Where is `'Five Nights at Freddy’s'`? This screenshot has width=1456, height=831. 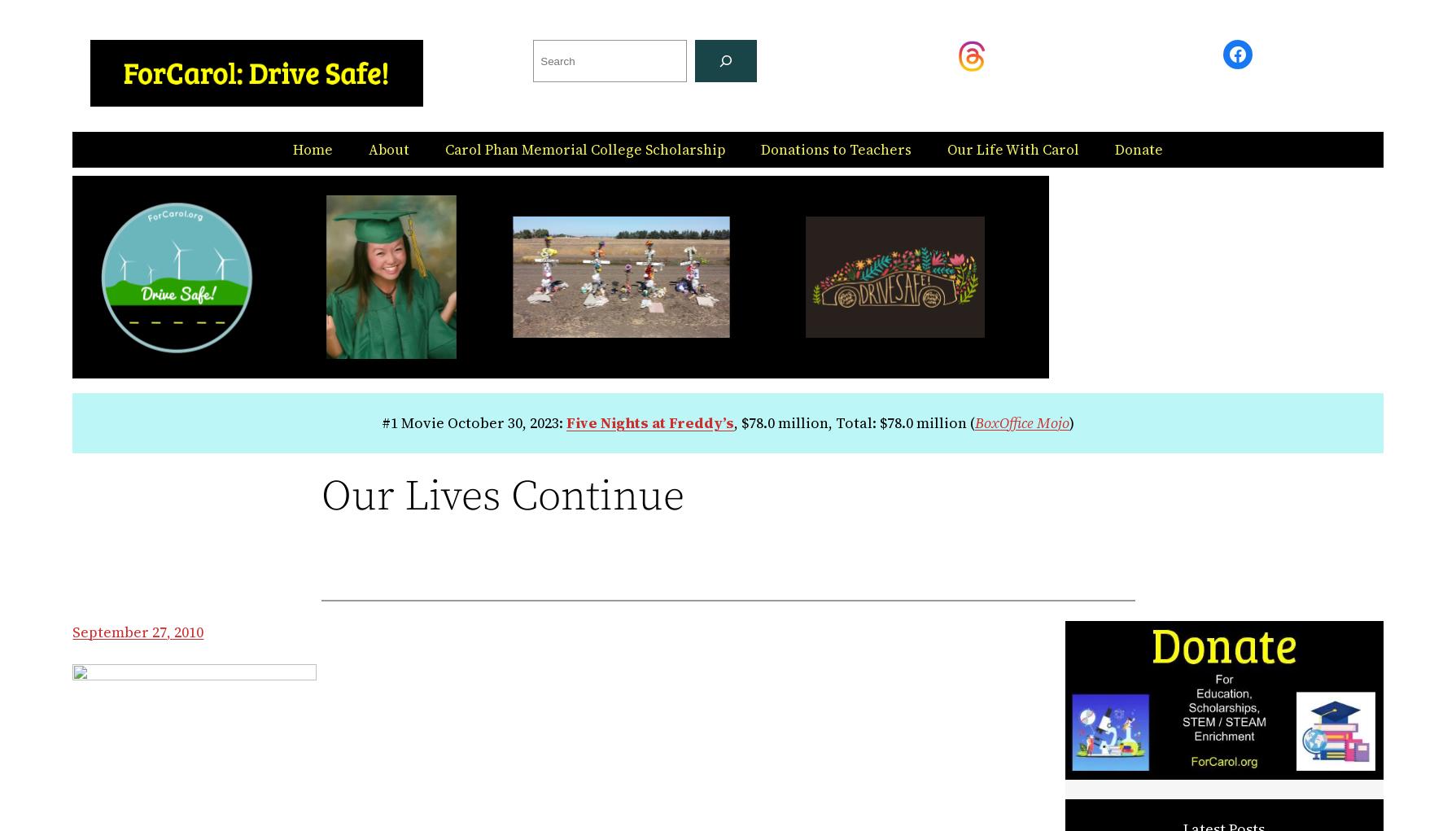 'Five Nights at Freddy’s' is located at coordinates (649, 422).